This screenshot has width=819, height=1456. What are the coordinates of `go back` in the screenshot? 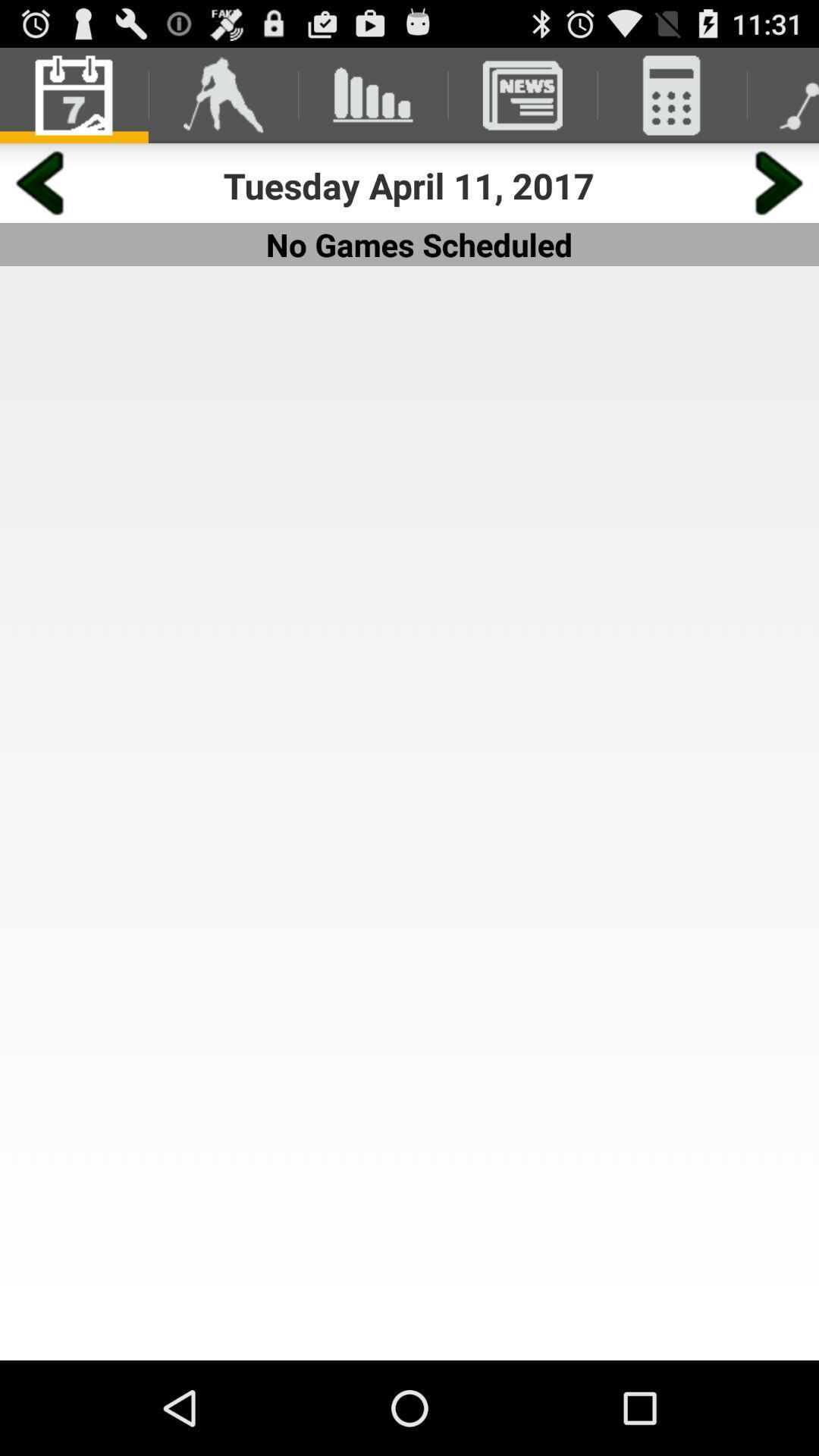 It's located at (39, 182).